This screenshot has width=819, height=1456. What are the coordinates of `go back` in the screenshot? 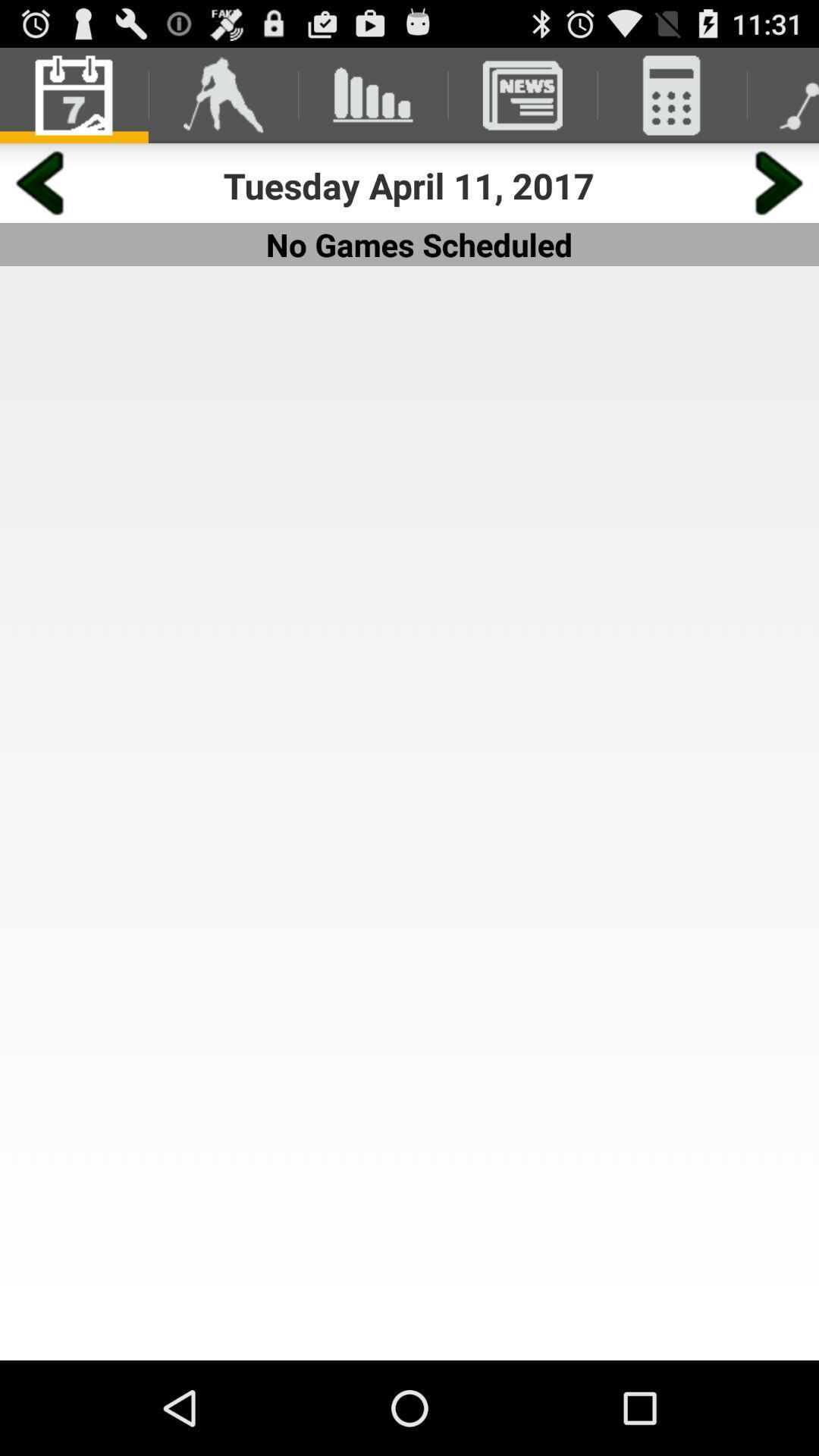 It's located at (39, 182).